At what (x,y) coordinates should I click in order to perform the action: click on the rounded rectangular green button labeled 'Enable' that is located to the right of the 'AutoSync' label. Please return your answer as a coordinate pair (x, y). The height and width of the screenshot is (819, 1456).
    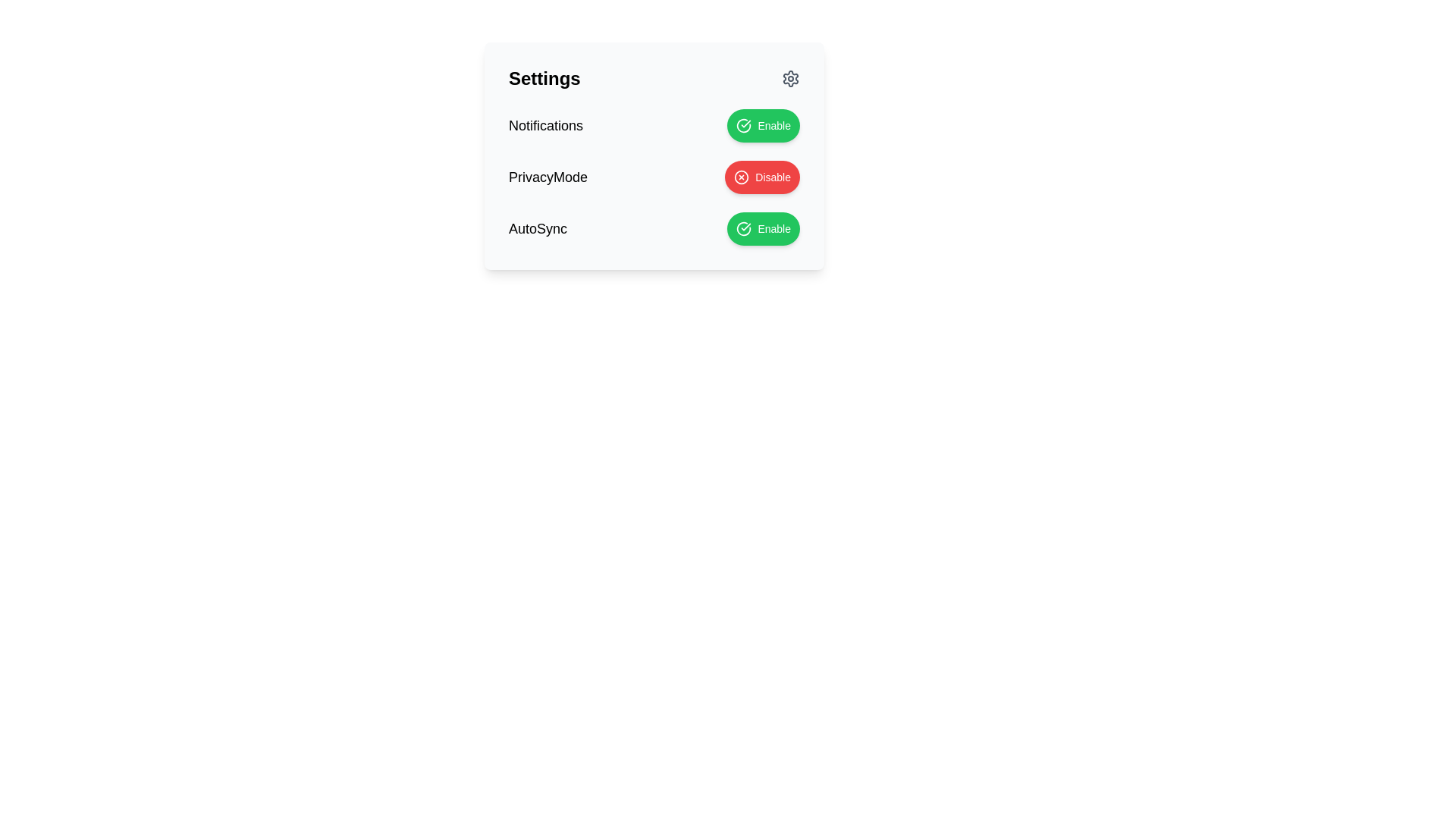
    Looking at the image, I should click on (764, 228).